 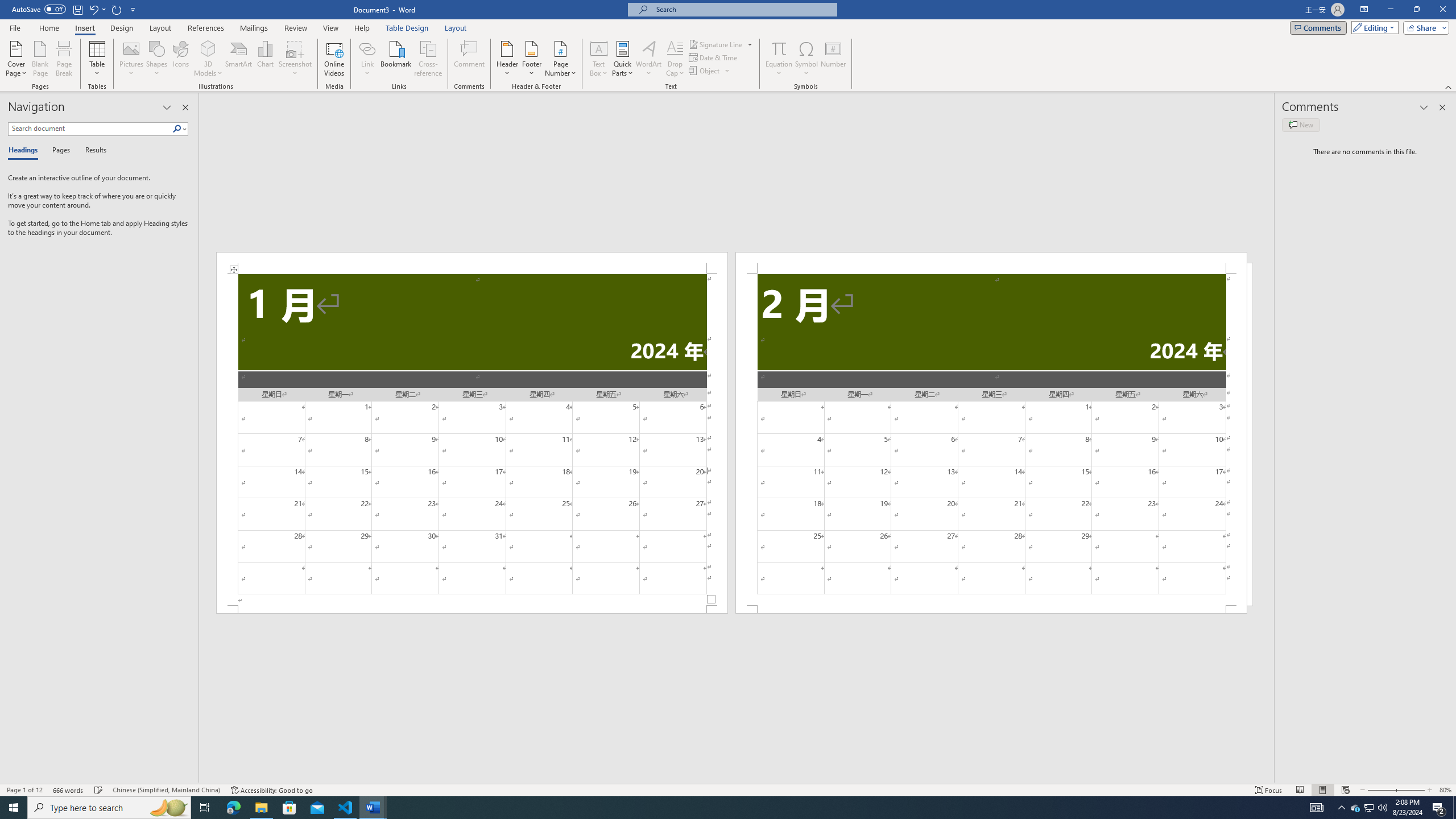 I want to click on 'Read Mode', so click(x=1300, y=790).